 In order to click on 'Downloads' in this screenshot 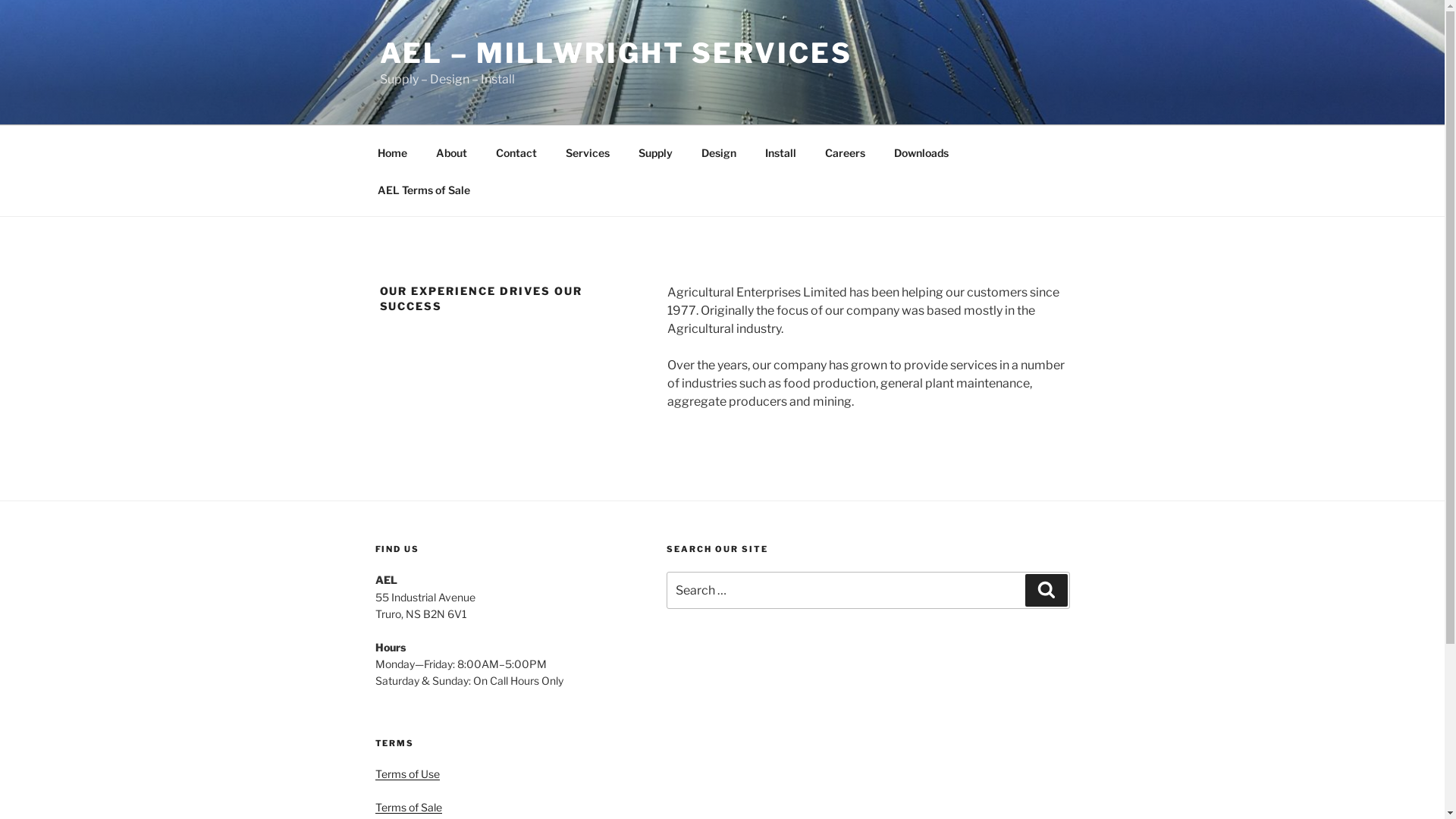, I will do `click(921, 152)`.